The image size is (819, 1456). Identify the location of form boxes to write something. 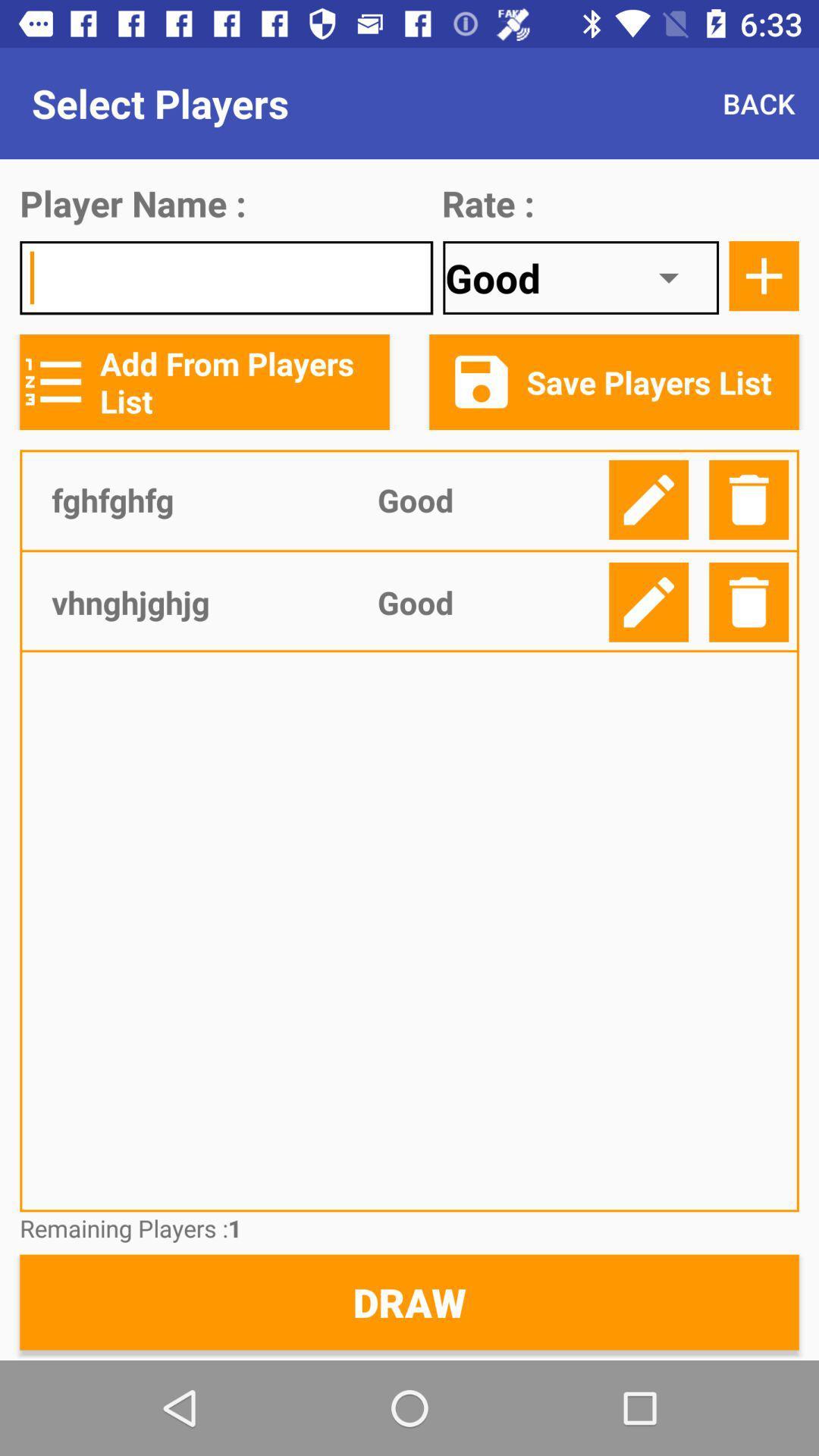
(226, 278).